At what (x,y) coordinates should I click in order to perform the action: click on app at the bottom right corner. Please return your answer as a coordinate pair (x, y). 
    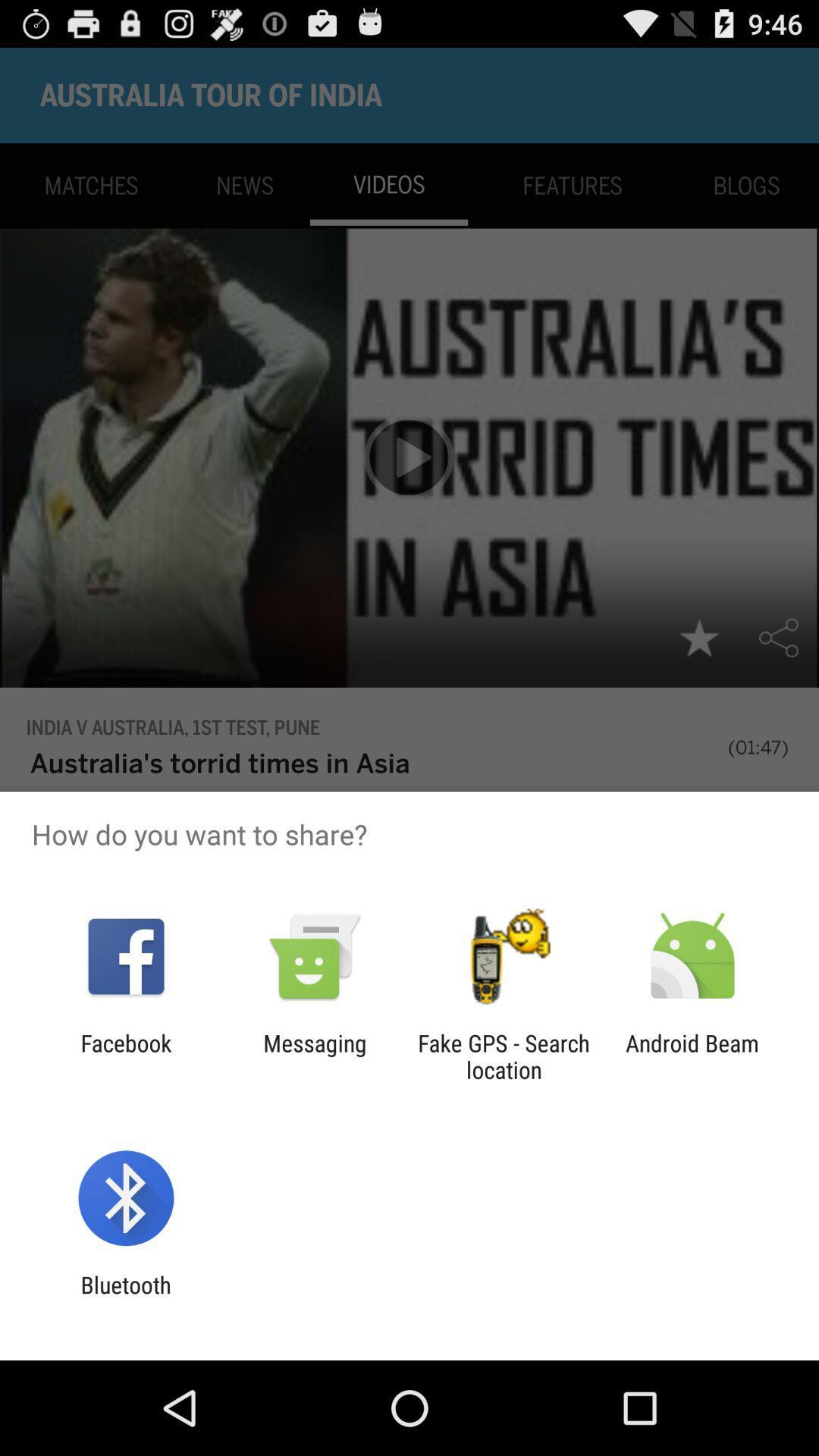
    Looking at the image, I should click on (692, 1056).